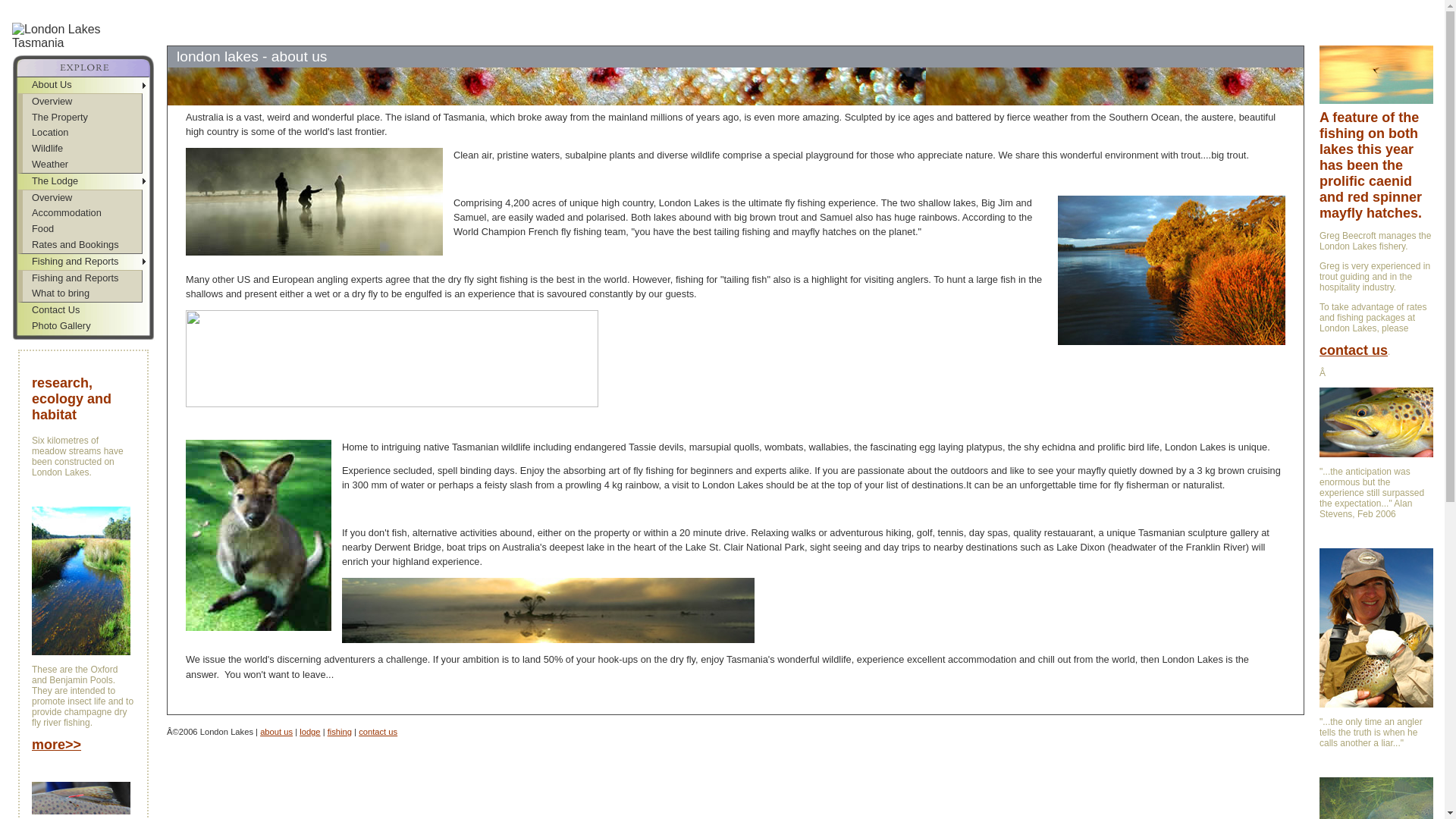  Describe the element at coordinates (327, 730) in the screenshot. I see `'fishing'` at that location.